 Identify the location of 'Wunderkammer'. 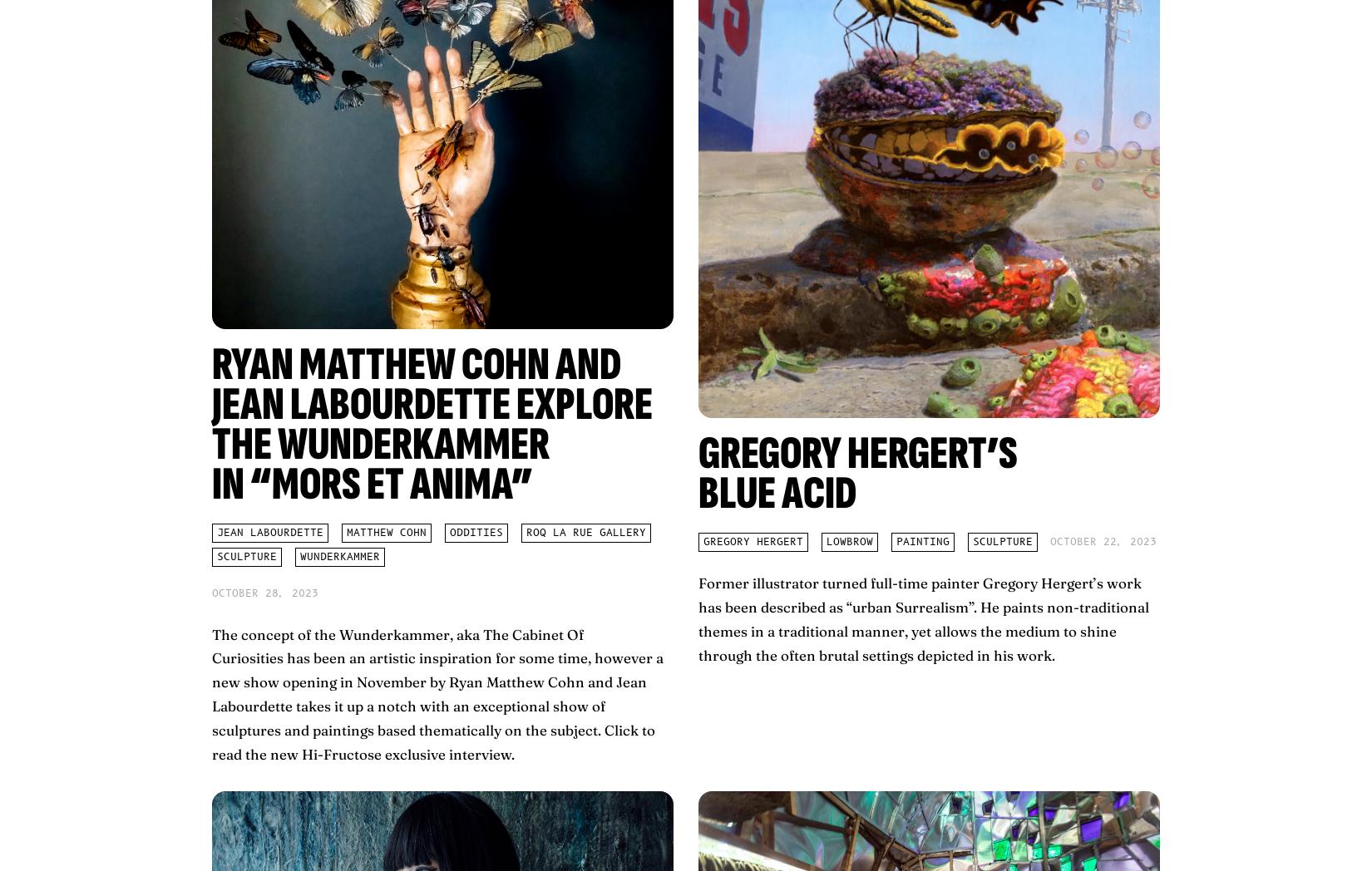
(340, 557).